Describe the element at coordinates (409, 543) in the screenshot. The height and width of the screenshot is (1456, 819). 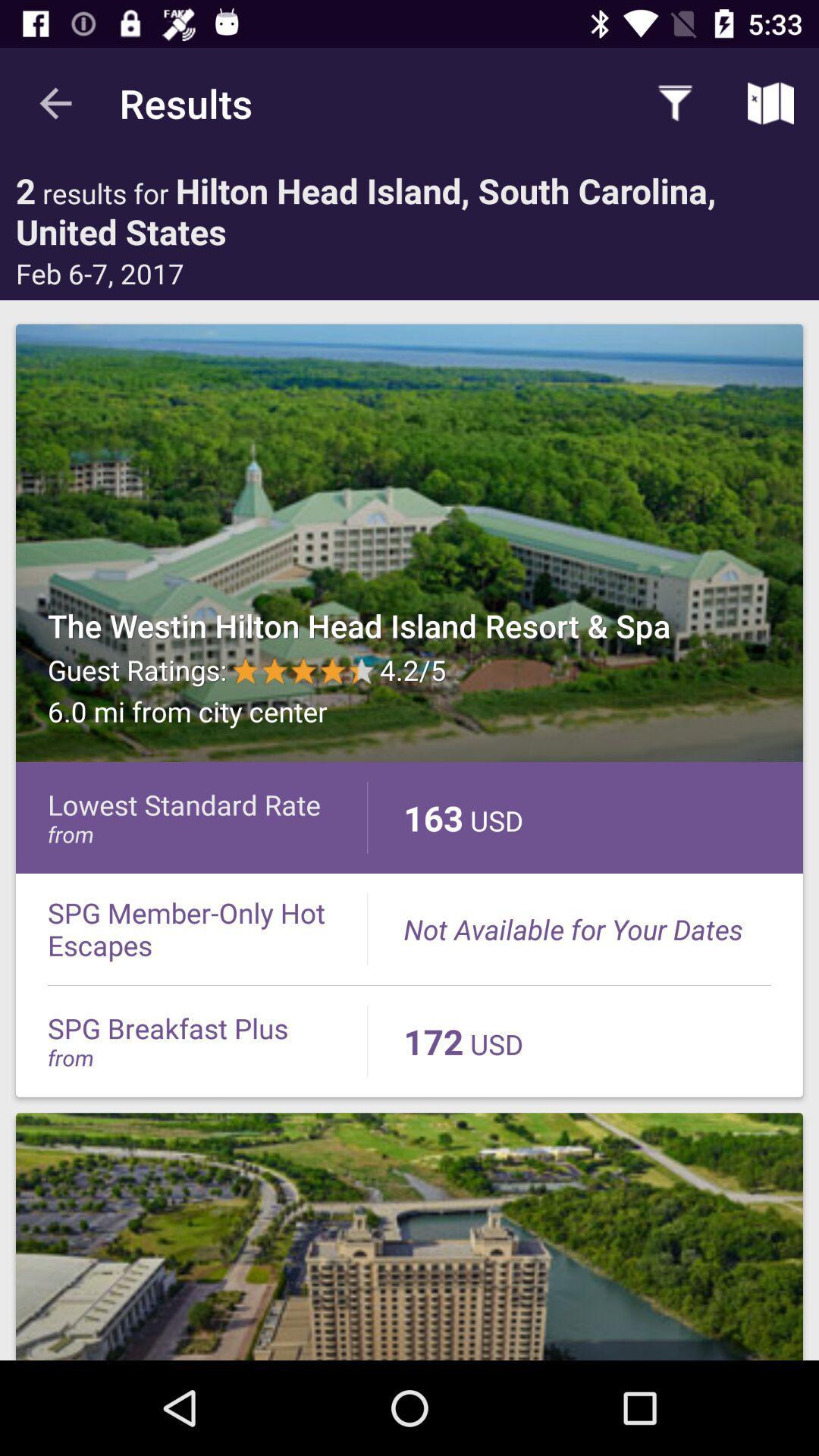
I see `one of the search results` at that location.